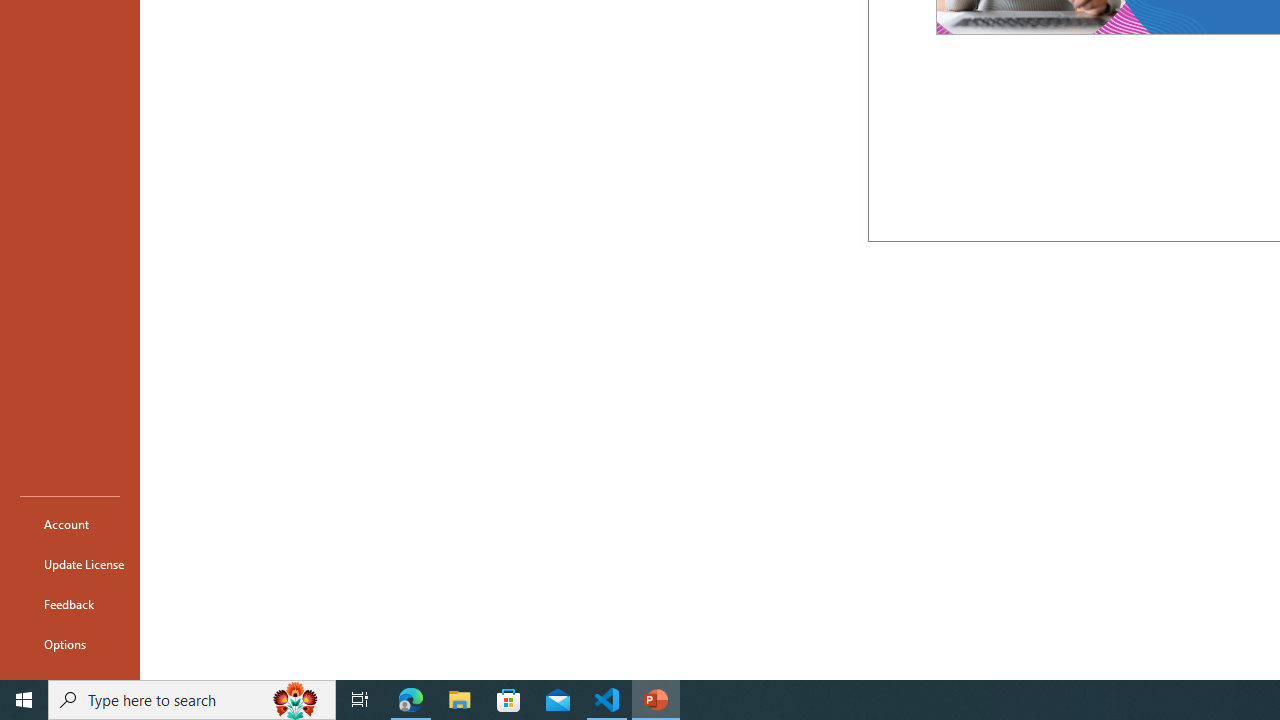  Describe the element at coordinates (69, 564) in the screenshot. I see `'Update License'` at that location.